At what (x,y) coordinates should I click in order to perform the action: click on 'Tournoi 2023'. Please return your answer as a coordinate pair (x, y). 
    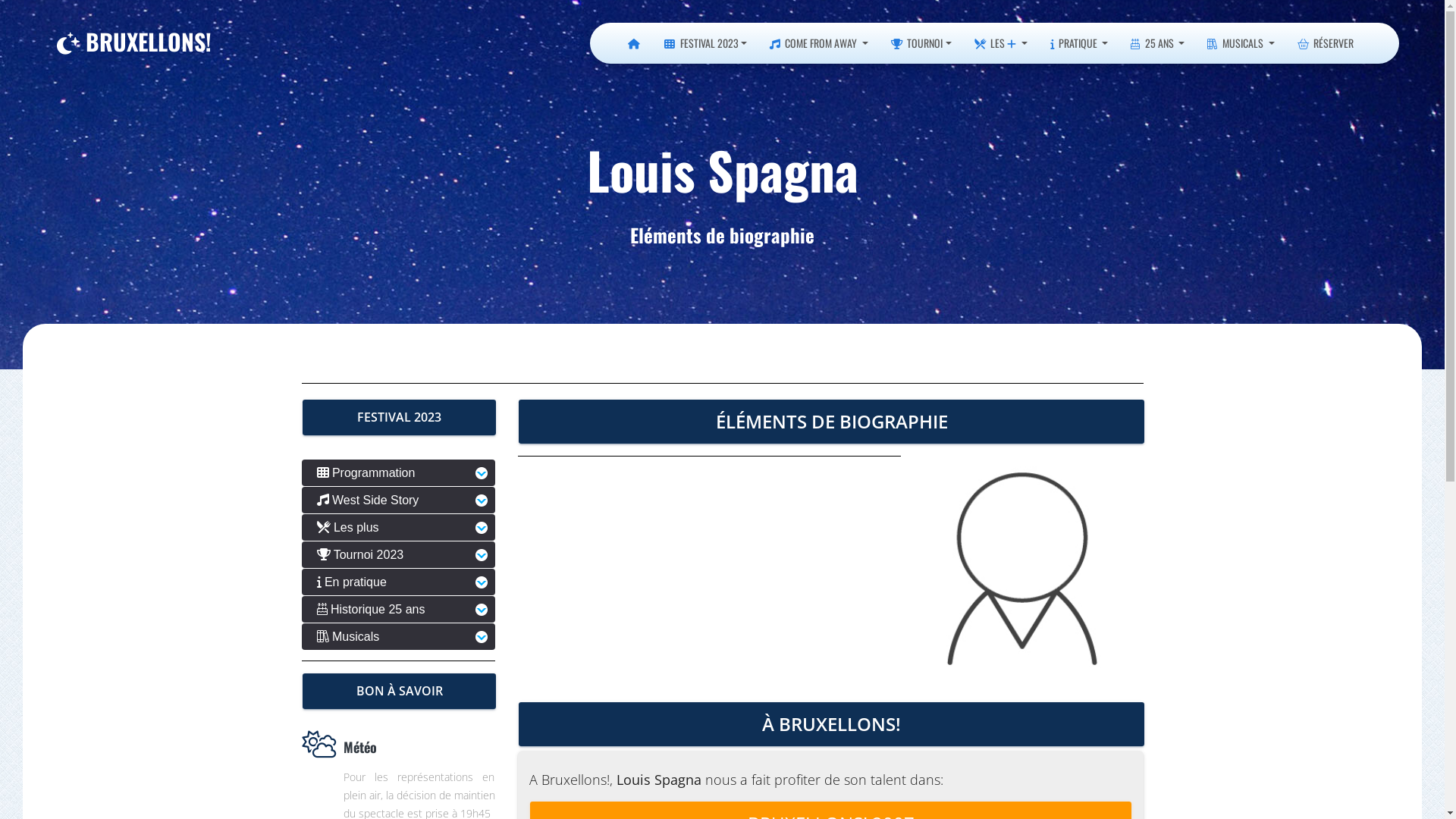
    Looking at the image, I should click on (398, 554).